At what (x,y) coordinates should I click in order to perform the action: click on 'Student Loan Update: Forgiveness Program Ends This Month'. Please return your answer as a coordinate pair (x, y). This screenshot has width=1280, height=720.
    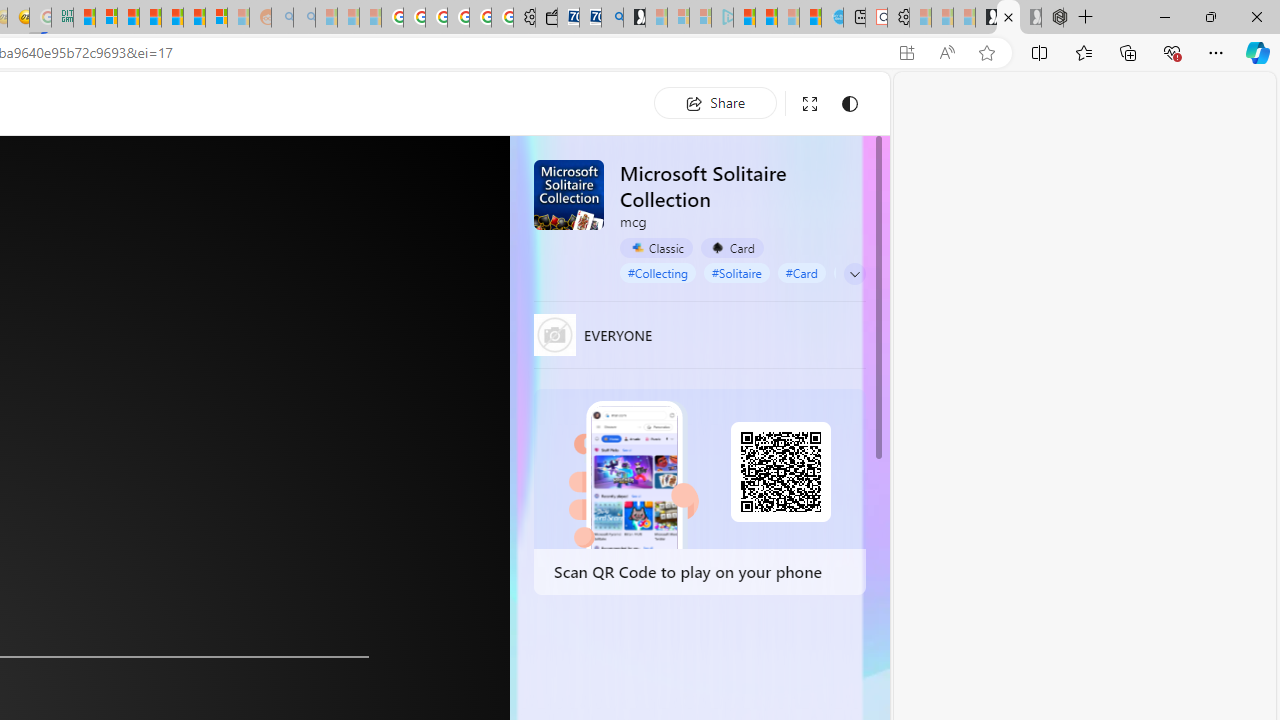
    Looking at the image, I should click on (149, 17).